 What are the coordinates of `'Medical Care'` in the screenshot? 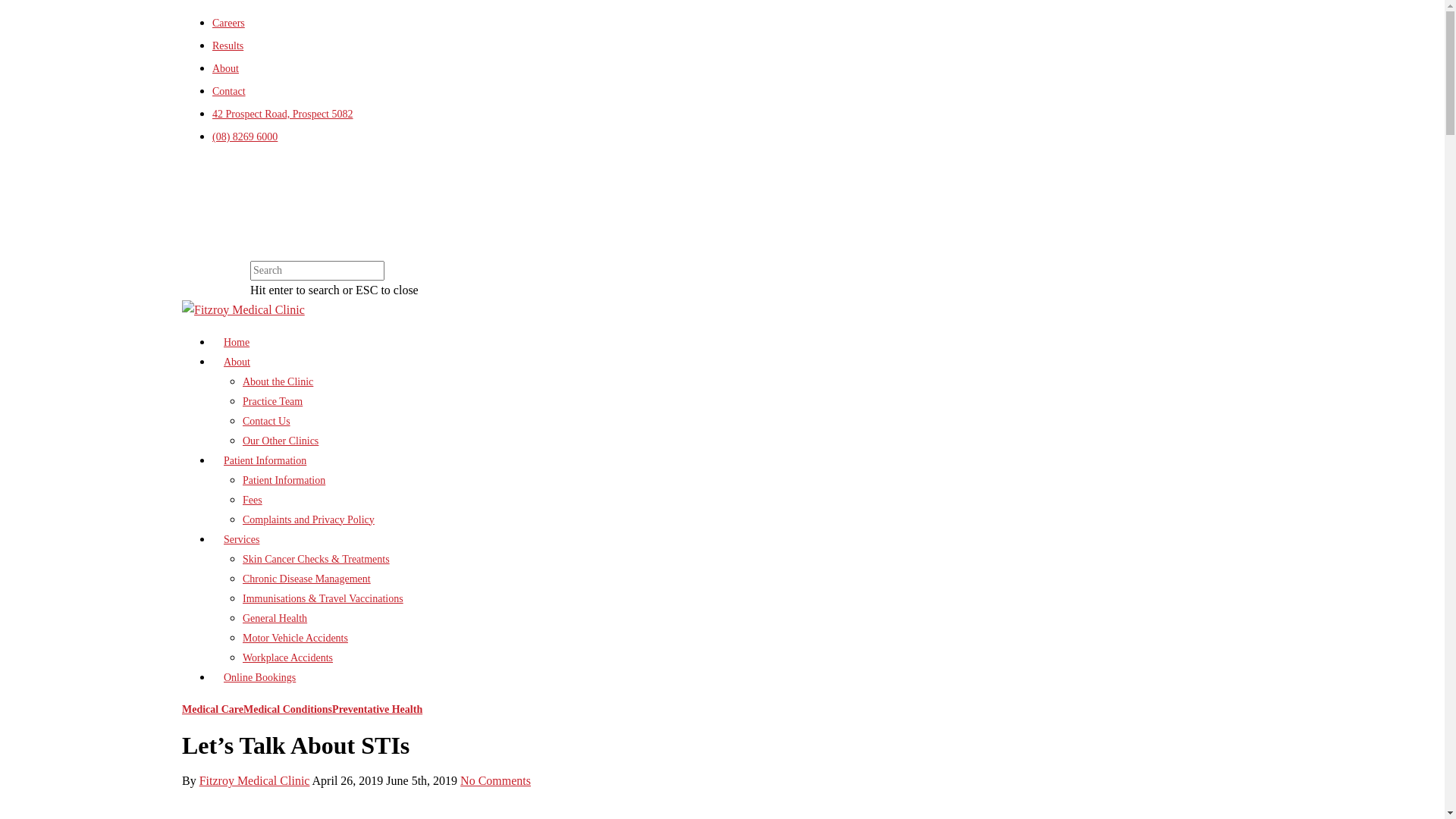 It's located at (182, 709).